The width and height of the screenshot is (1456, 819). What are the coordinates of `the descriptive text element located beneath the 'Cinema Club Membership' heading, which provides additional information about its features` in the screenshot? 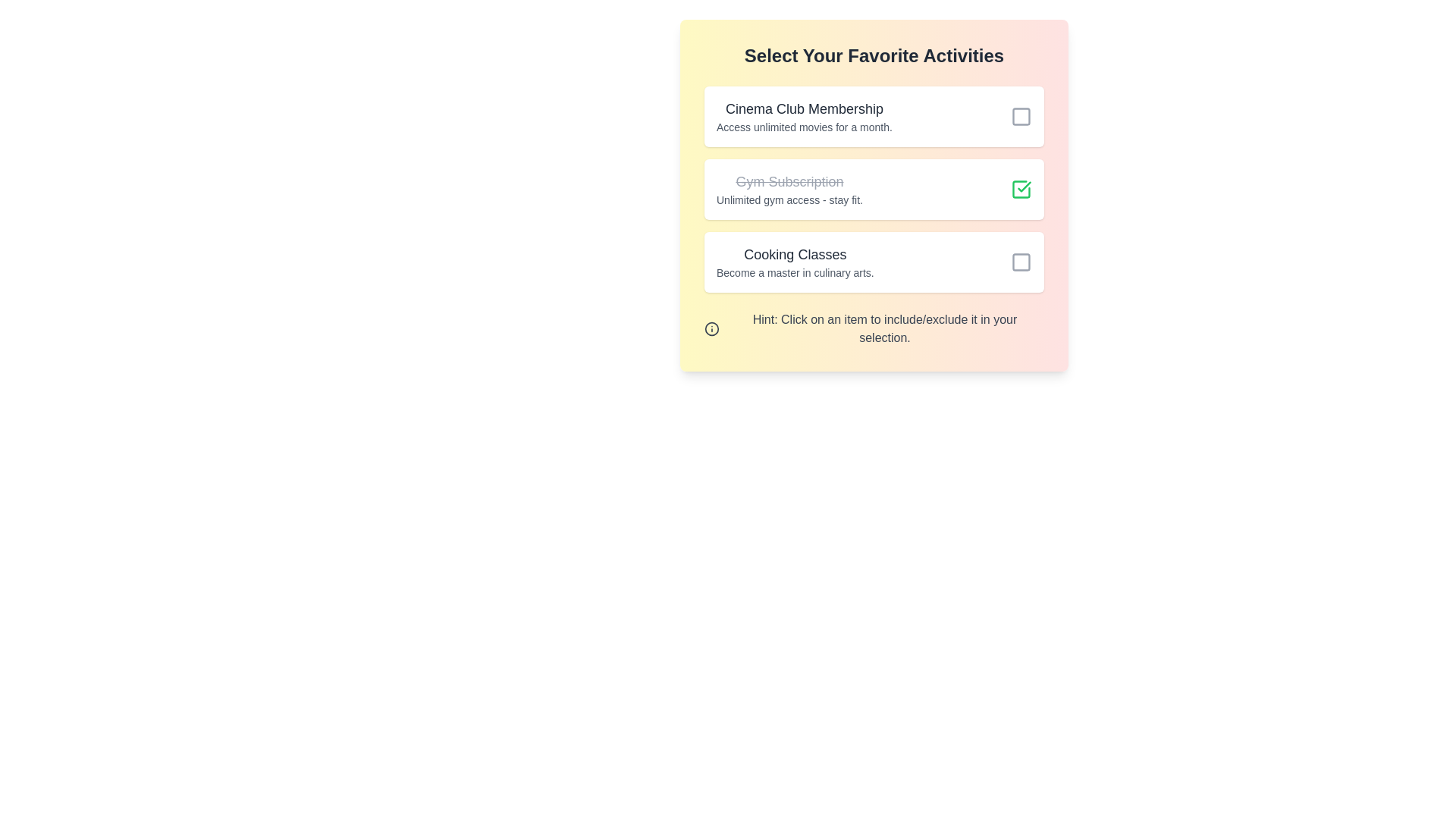 It's located at (803, 127).